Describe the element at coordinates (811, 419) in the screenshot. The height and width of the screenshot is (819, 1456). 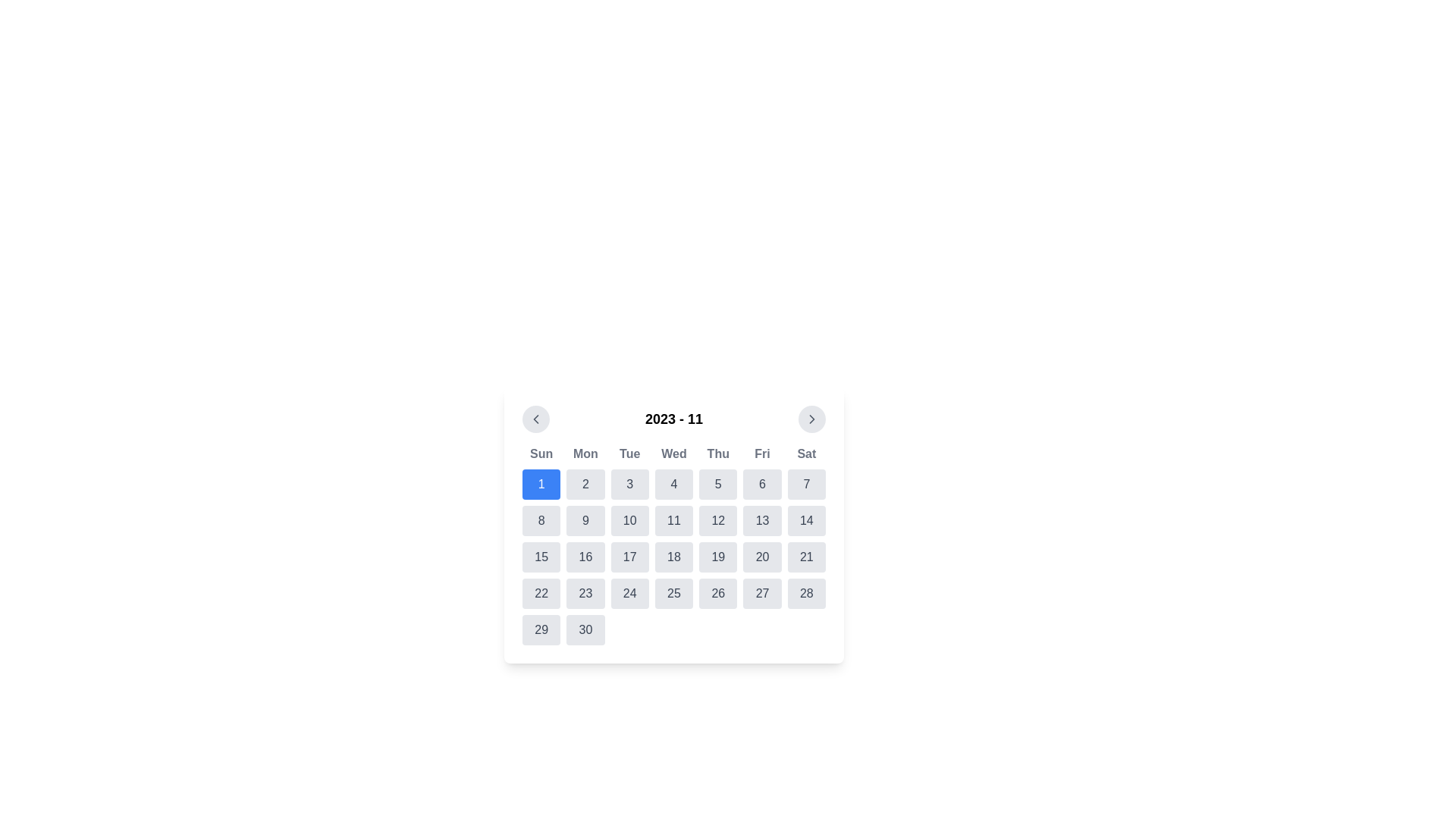
I see `the circular button with a light-gray background and a right-facing chevron icon, located in the calendar widget's header bar` at that location.